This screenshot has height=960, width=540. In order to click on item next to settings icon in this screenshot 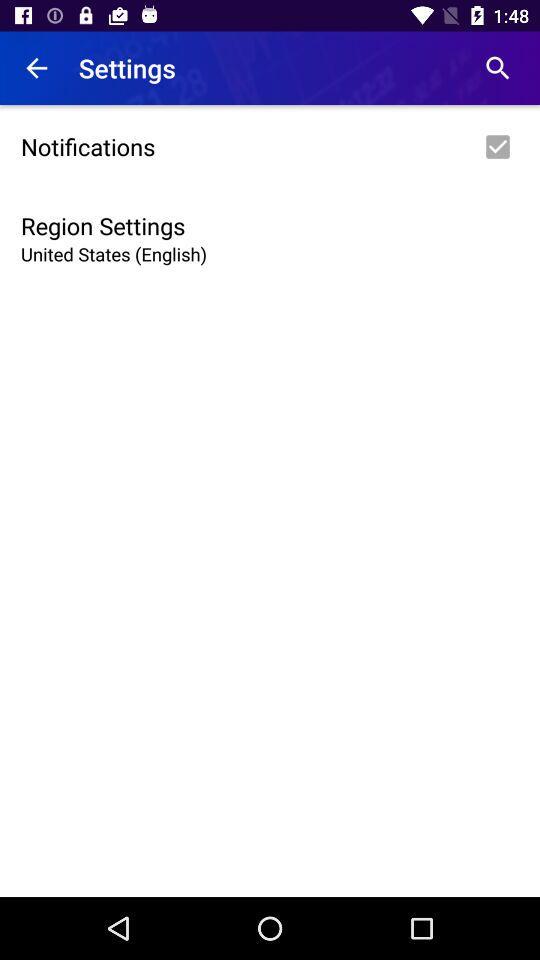, I will do `click(36, 68)`.